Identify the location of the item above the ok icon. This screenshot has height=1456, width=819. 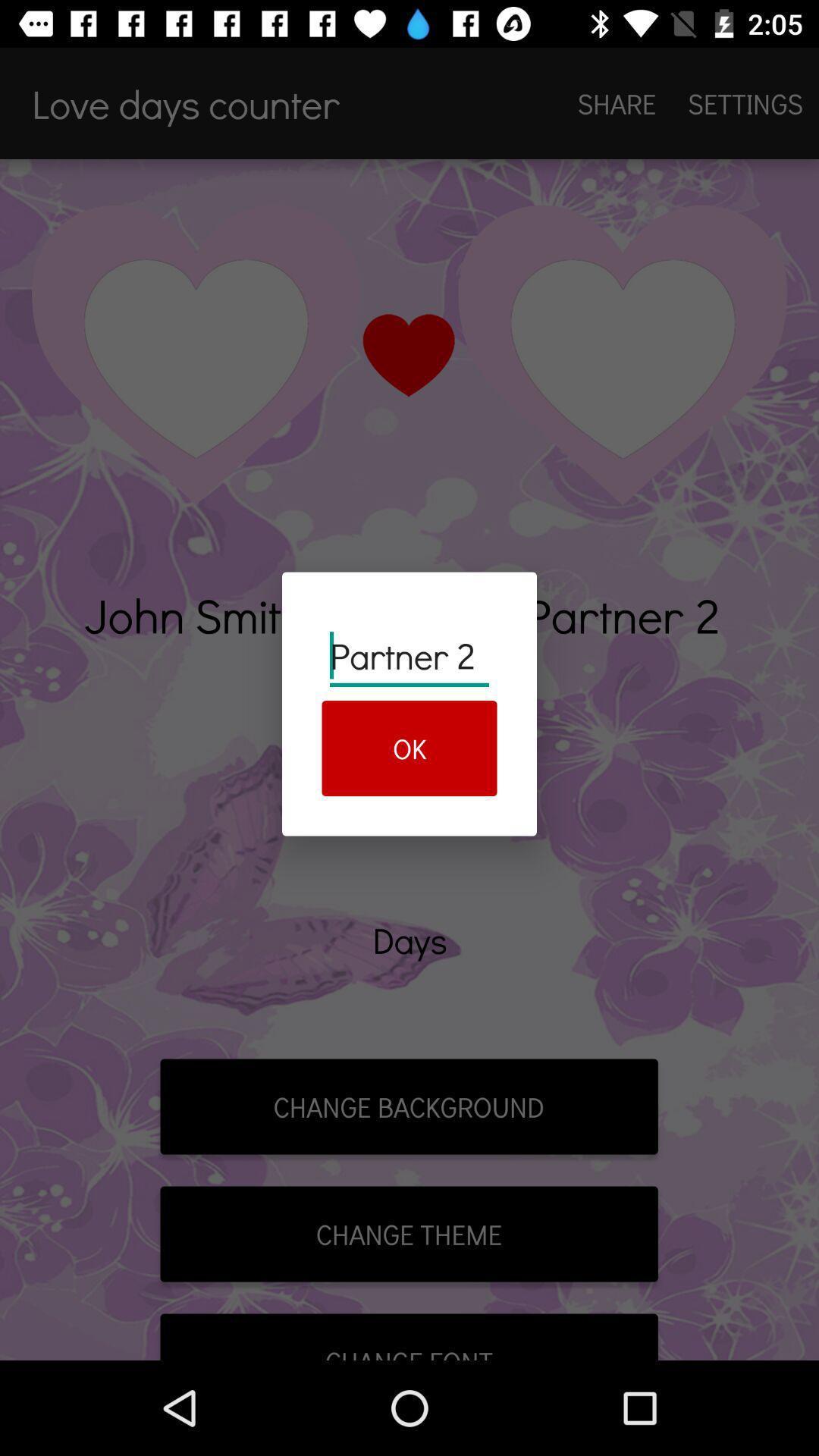
(409, 656).